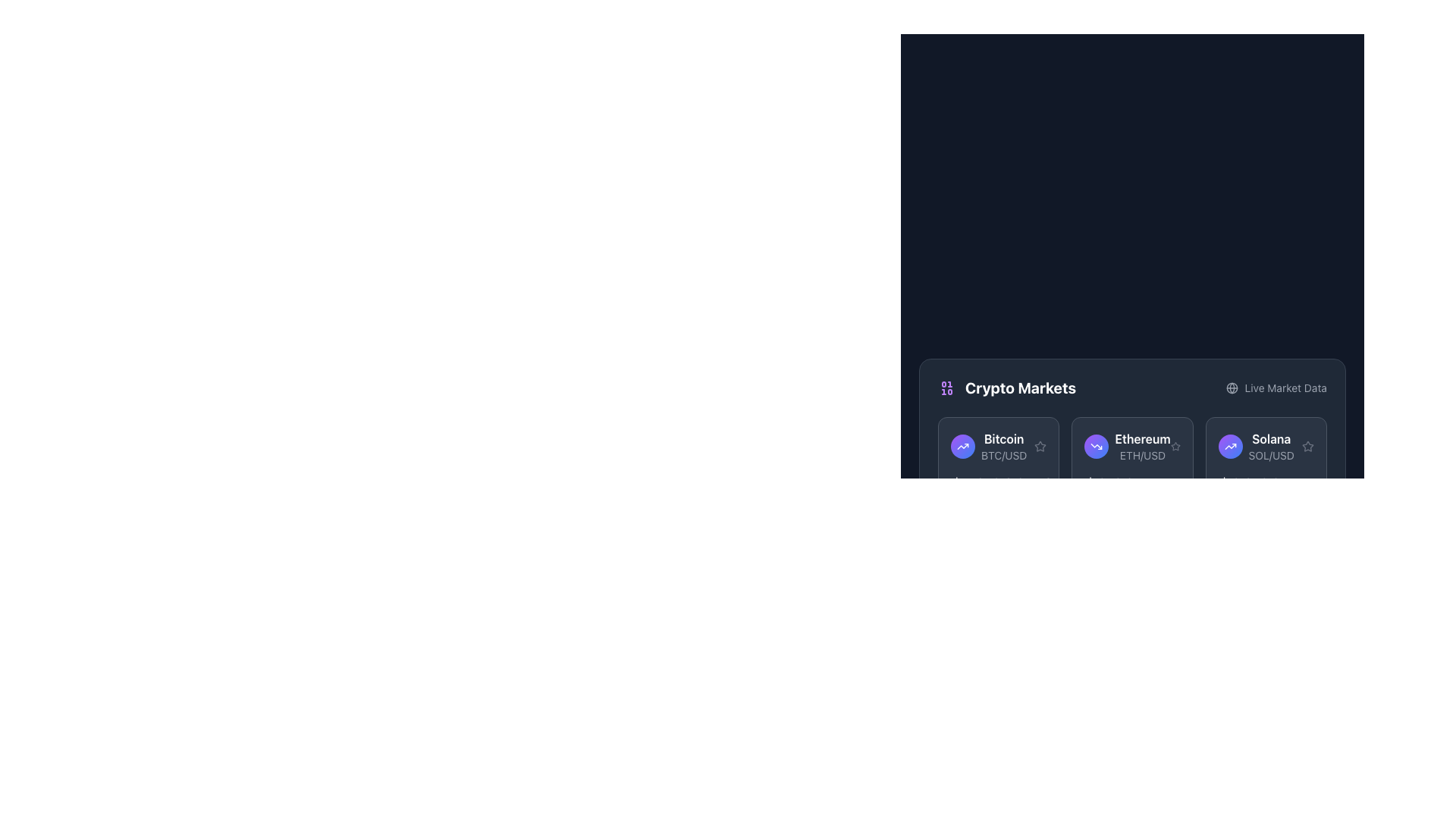  Describe the element at coordinates (1307, 445) in the screenshot. I see `the gray star-shaped icon button located within the 'Solana SOL/USD' card to change its color to yellow` at that location.